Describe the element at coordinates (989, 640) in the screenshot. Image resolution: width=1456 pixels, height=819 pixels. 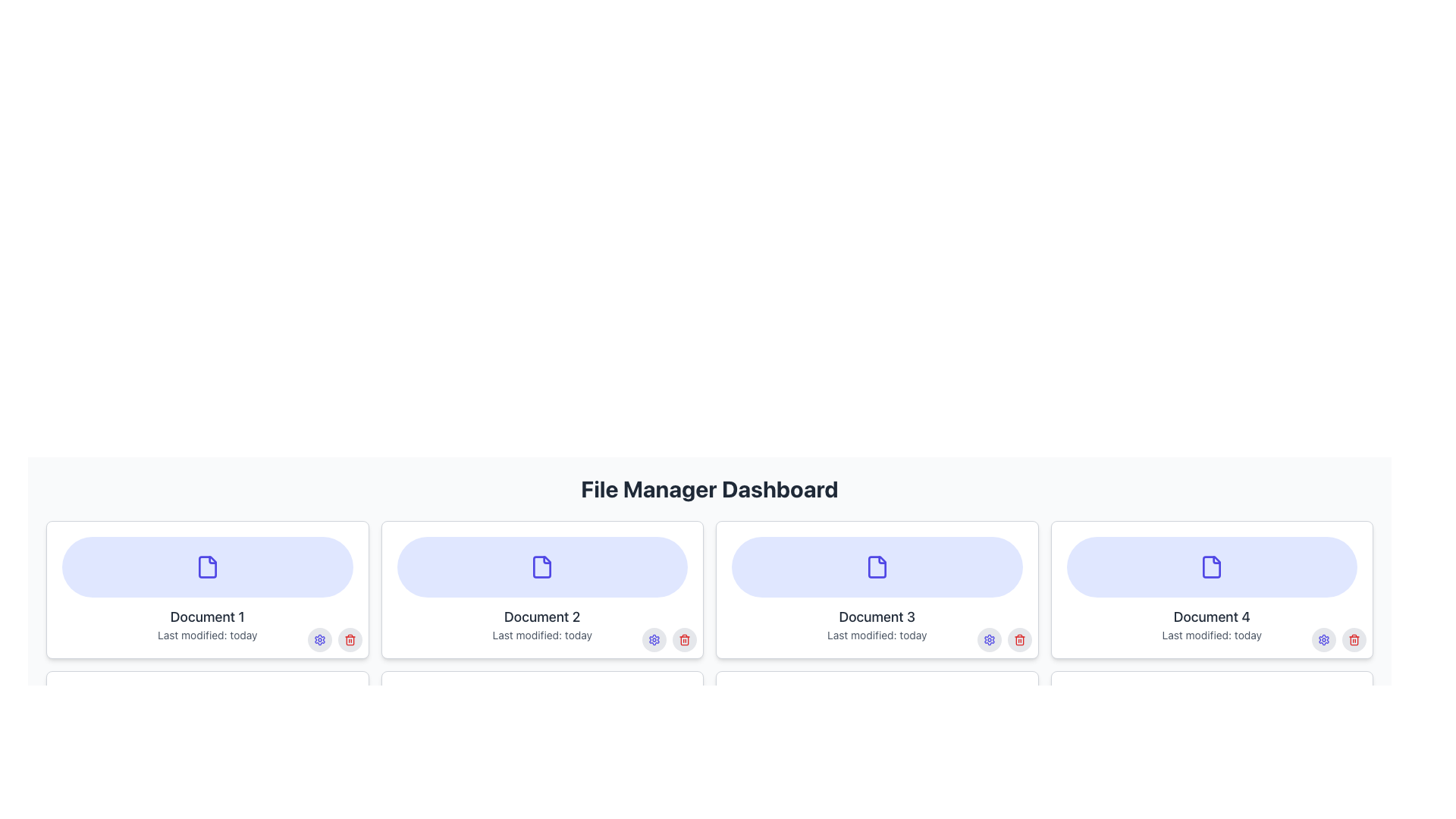
I see `the indigo gear icon located at the bottom-right corner of the 'Document 4' card` at that location.